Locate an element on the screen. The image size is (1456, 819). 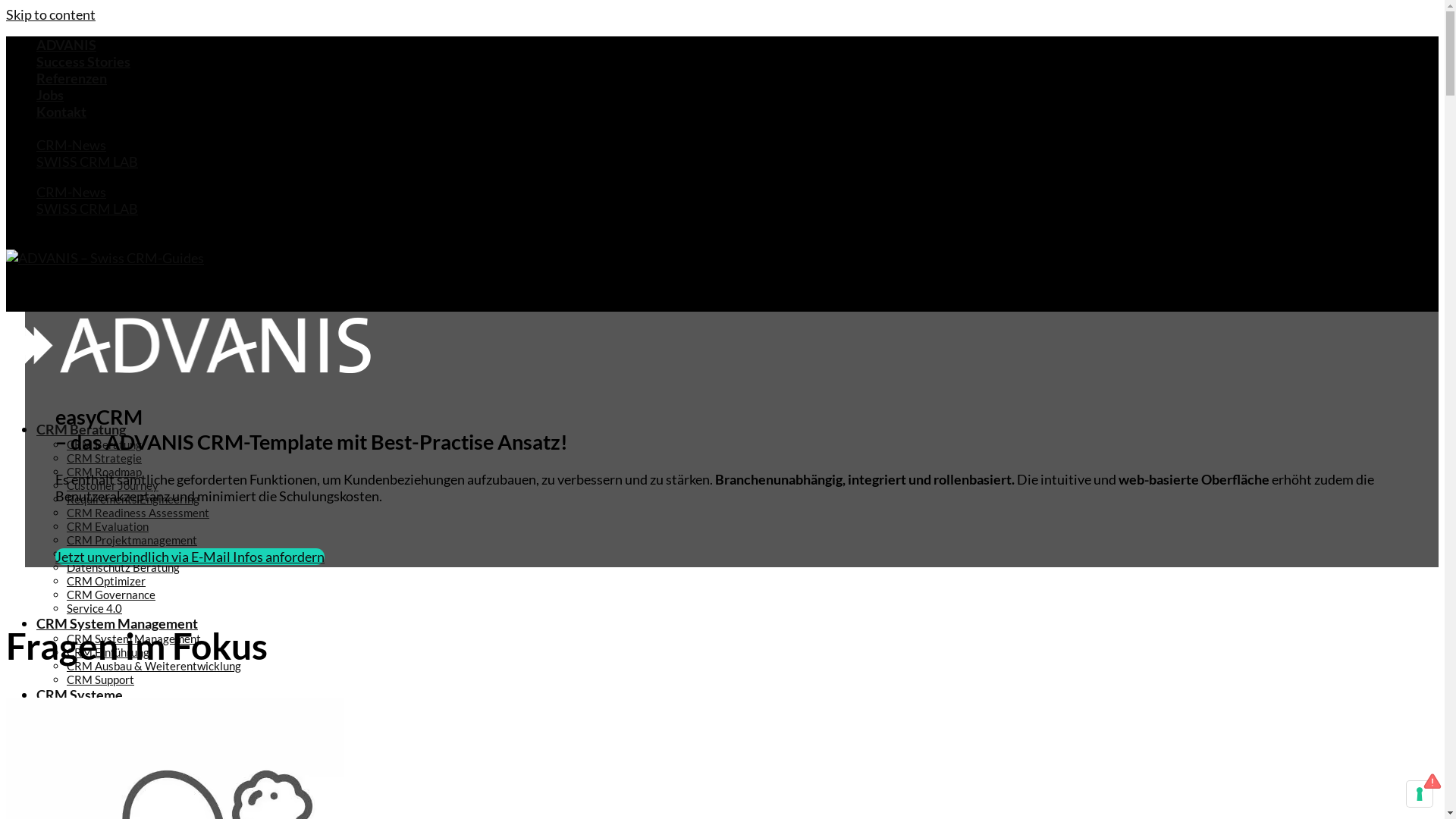
'CRM System Management' is located at coordinates (133, 638).